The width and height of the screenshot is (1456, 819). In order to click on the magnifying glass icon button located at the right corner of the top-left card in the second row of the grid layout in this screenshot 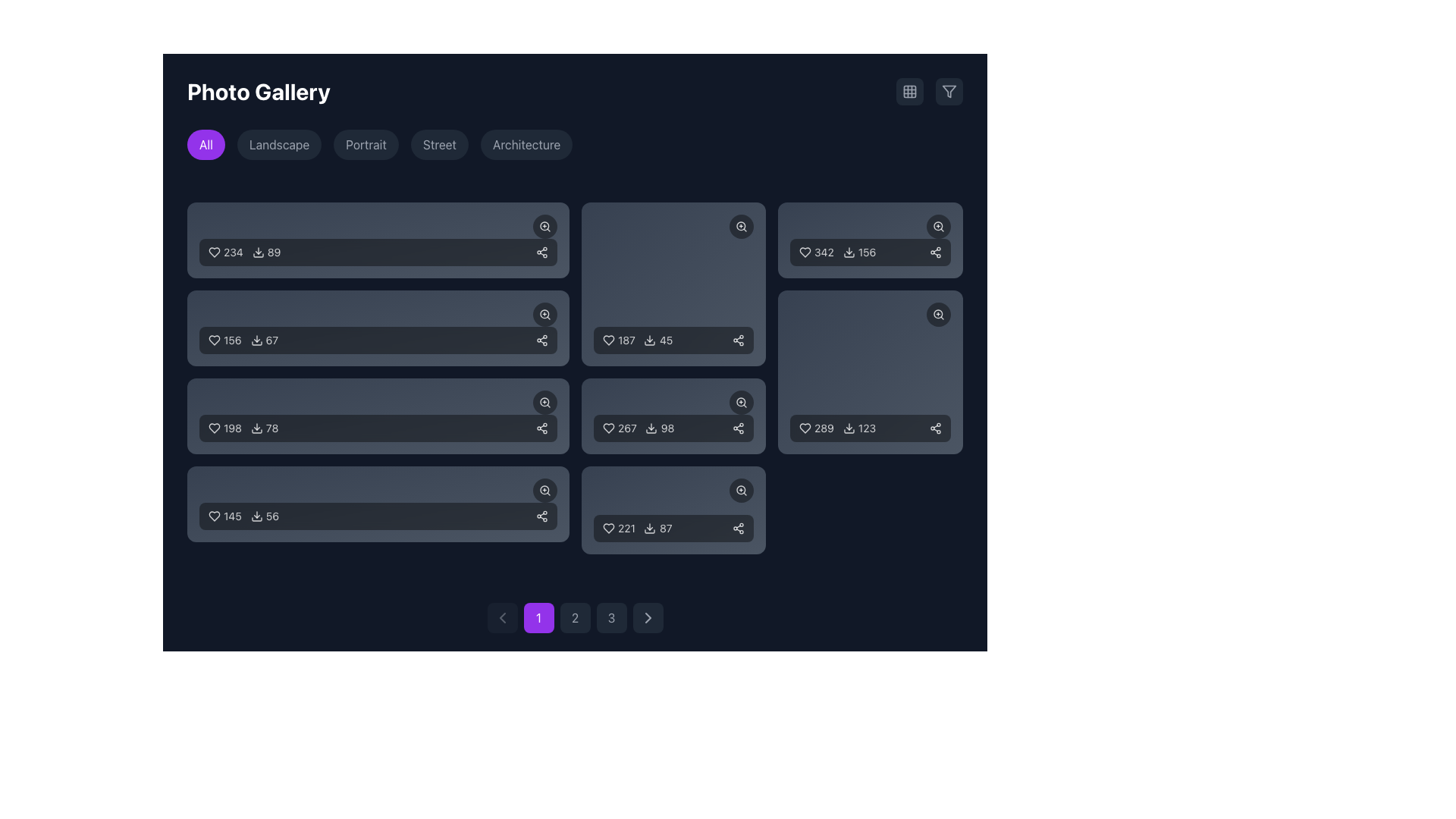, I will do `click(544, 227)`.